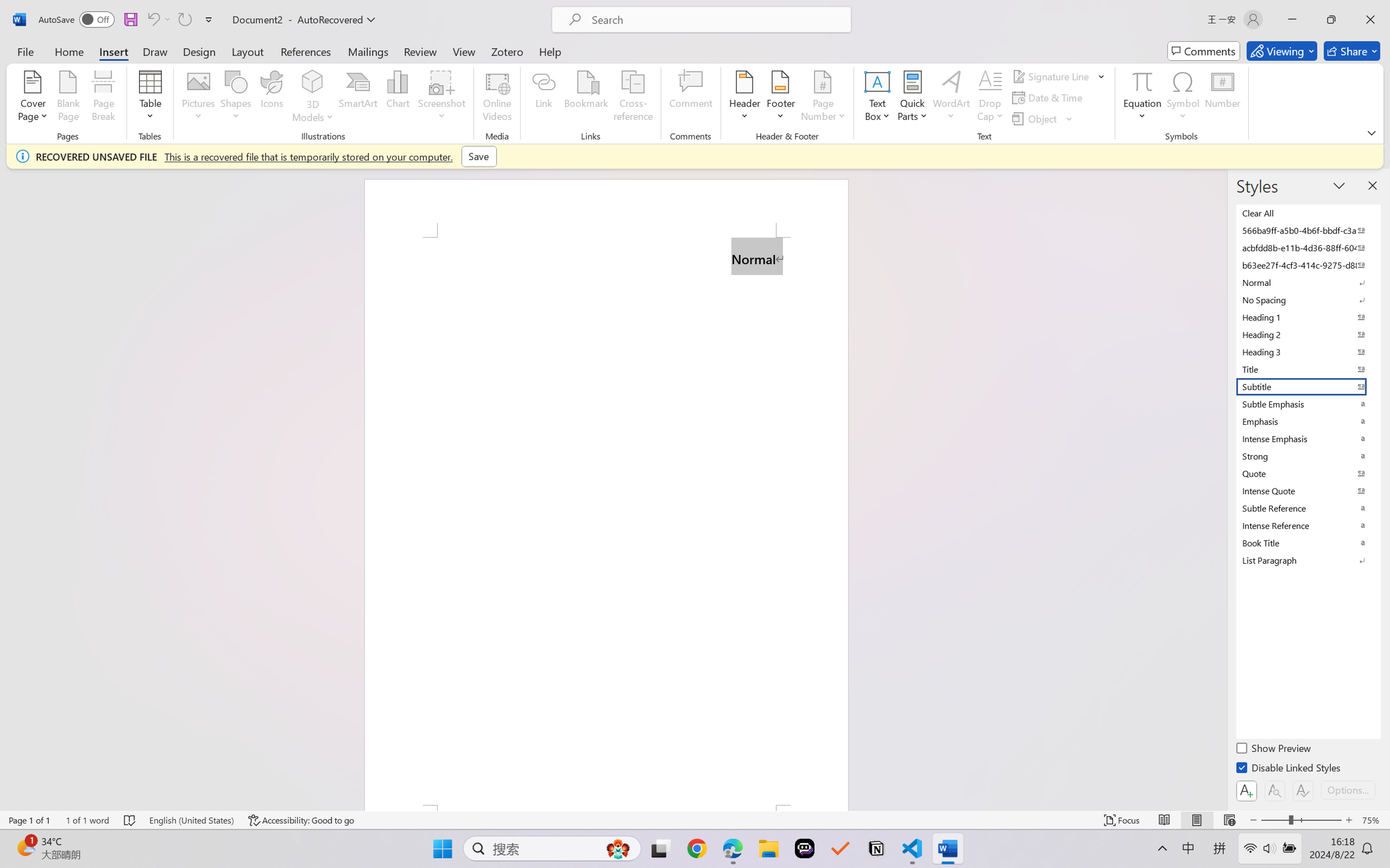  Describe the element at coordinates (184, 19) in the screenshot. I see `'Can'` at that location.